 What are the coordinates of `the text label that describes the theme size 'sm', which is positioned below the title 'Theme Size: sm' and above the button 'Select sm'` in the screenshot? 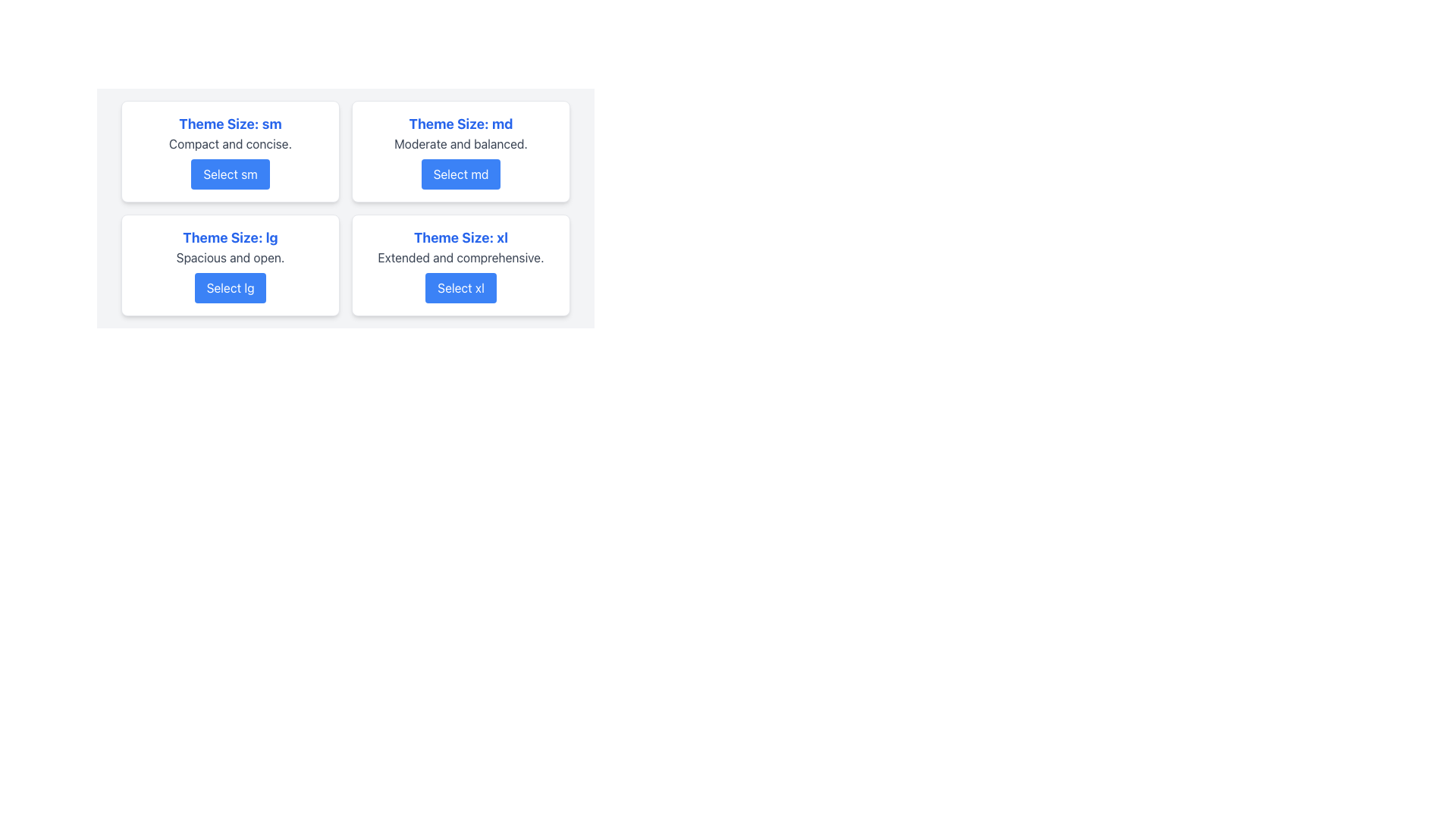 It's located at (229, 143).